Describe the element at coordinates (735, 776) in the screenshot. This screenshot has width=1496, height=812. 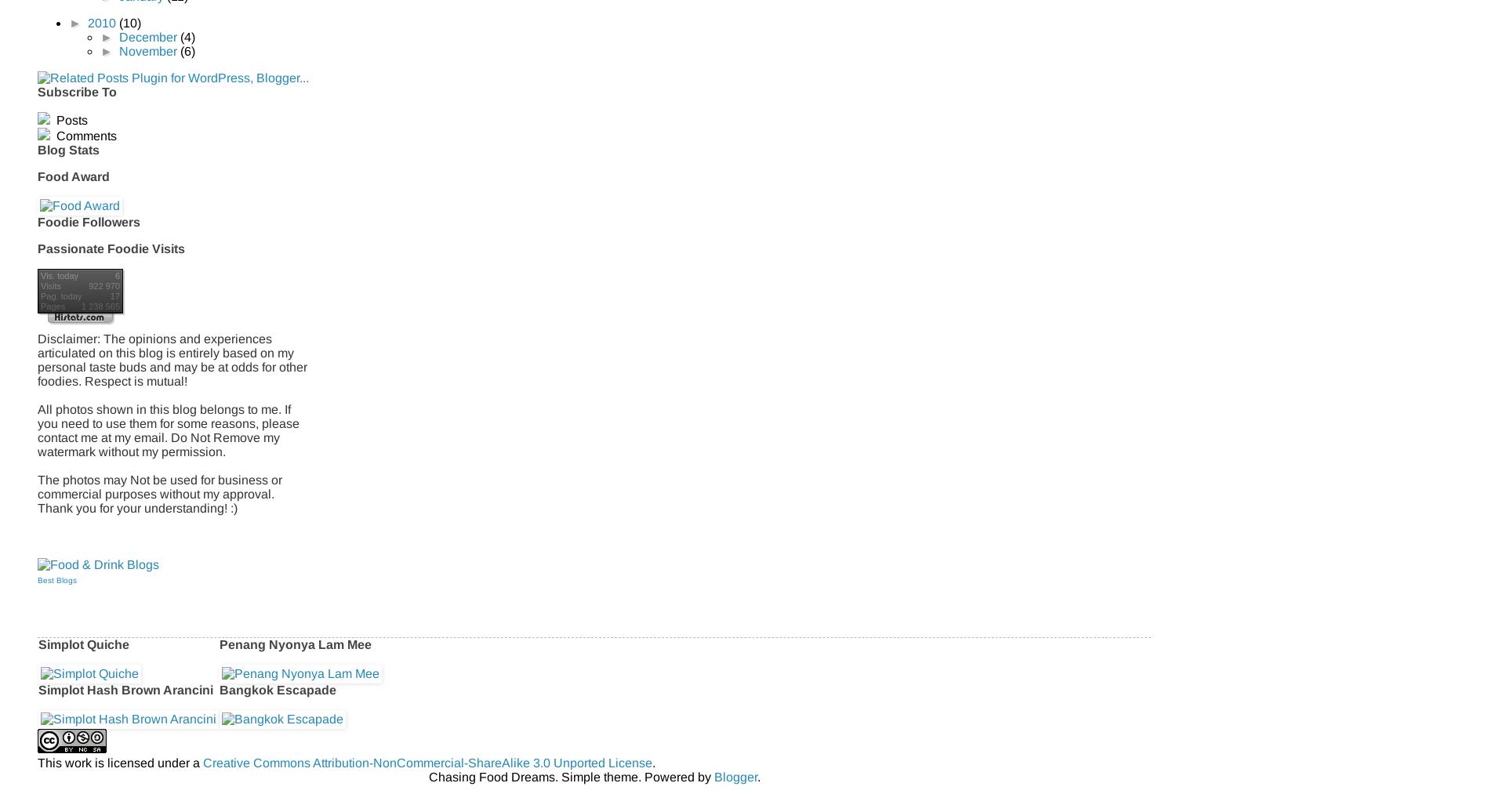
I see `'Blogger'` at that location.